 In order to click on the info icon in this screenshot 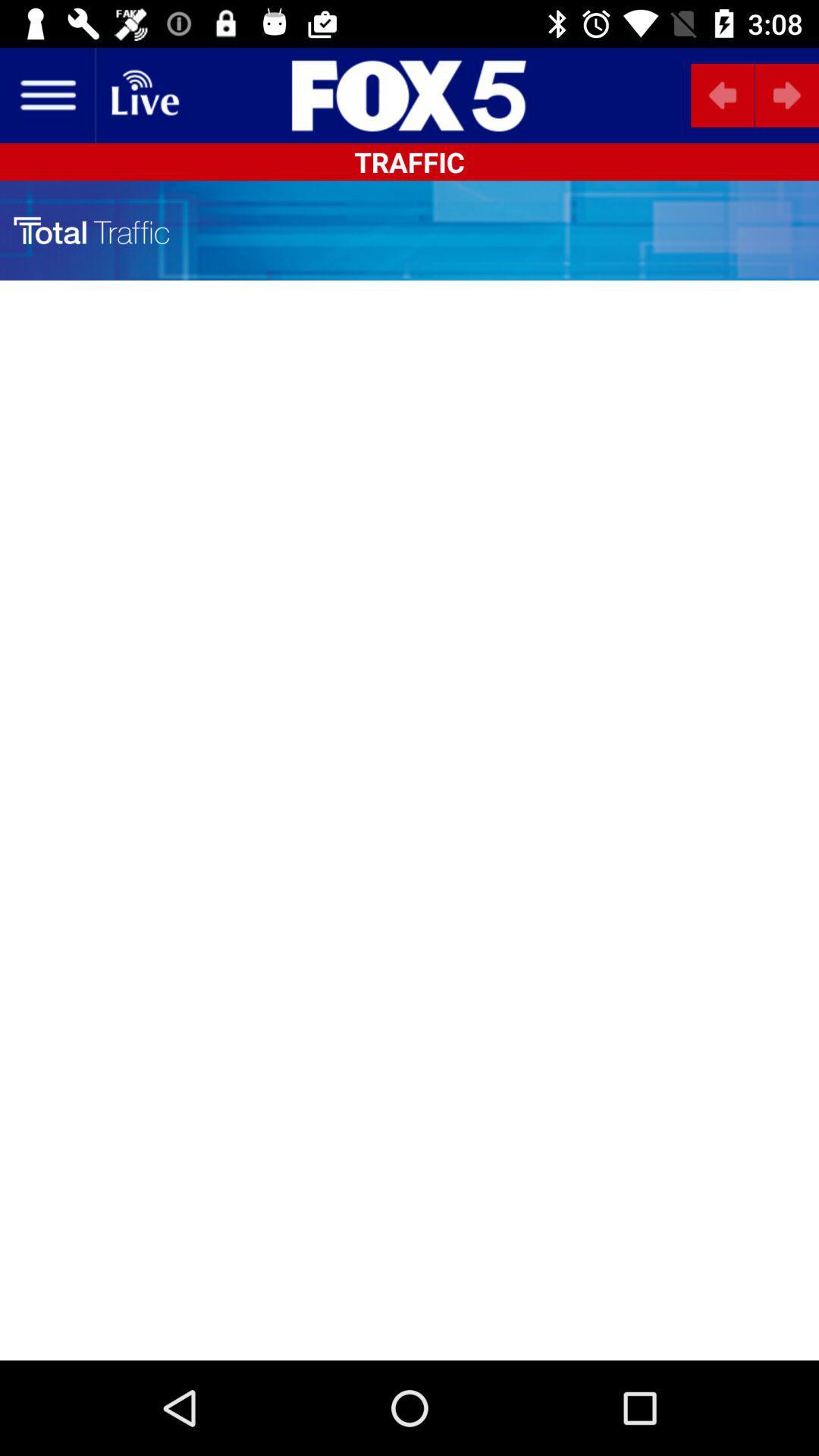, I will do `click(356, 94)`.